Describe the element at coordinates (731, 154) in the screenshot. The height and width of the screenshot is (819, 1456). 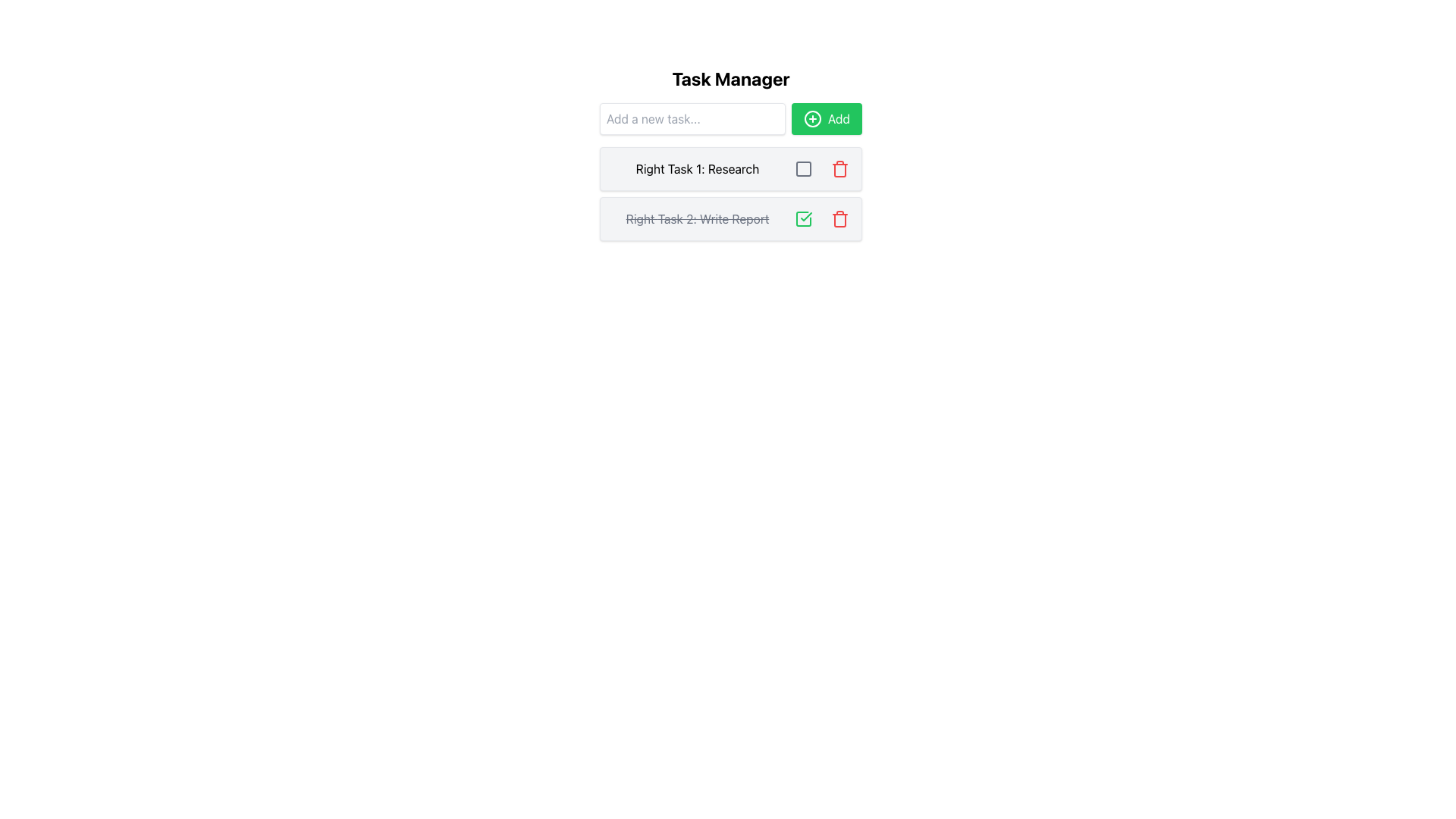
I see `the first task list item in the task manager interface, which includes options to mark as completed or delete the task` at that location.